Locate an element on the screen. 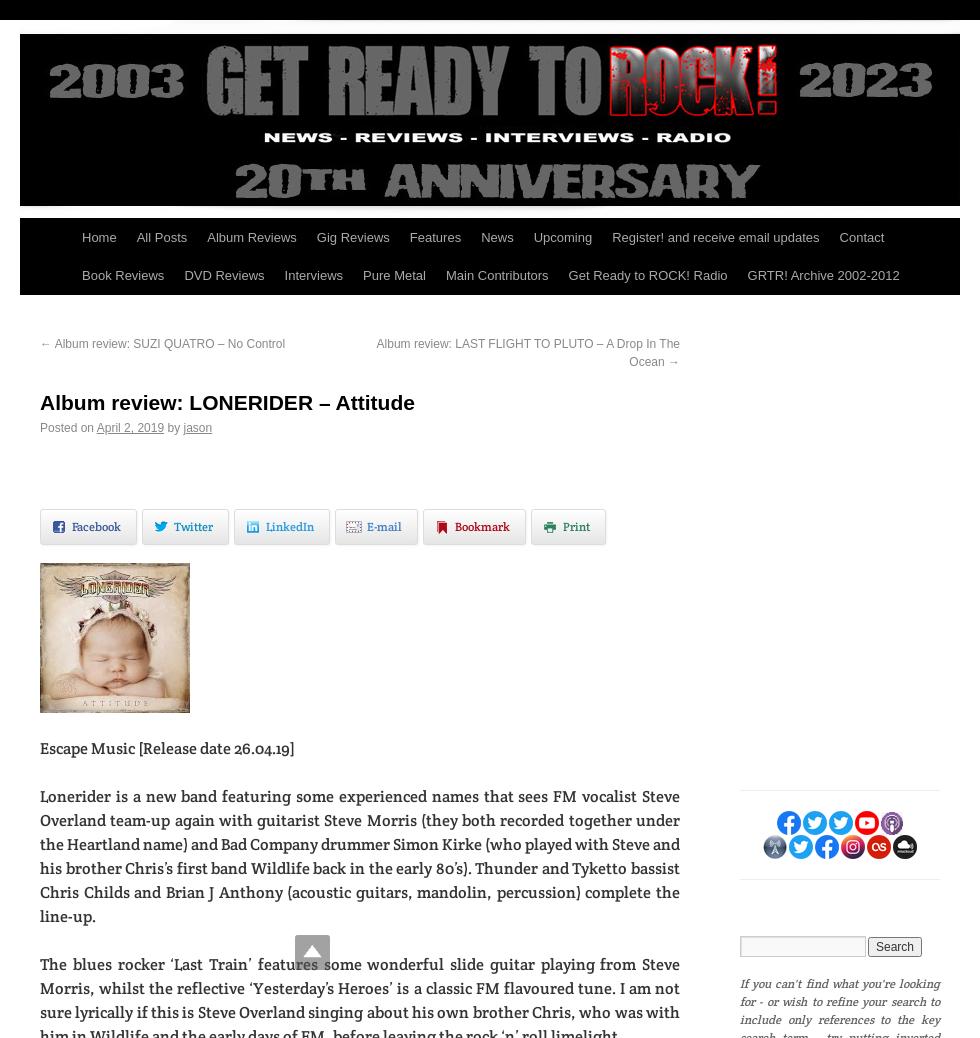 The image size is (980, 1038). 'Twitter' is located at coordinates (193, 525).